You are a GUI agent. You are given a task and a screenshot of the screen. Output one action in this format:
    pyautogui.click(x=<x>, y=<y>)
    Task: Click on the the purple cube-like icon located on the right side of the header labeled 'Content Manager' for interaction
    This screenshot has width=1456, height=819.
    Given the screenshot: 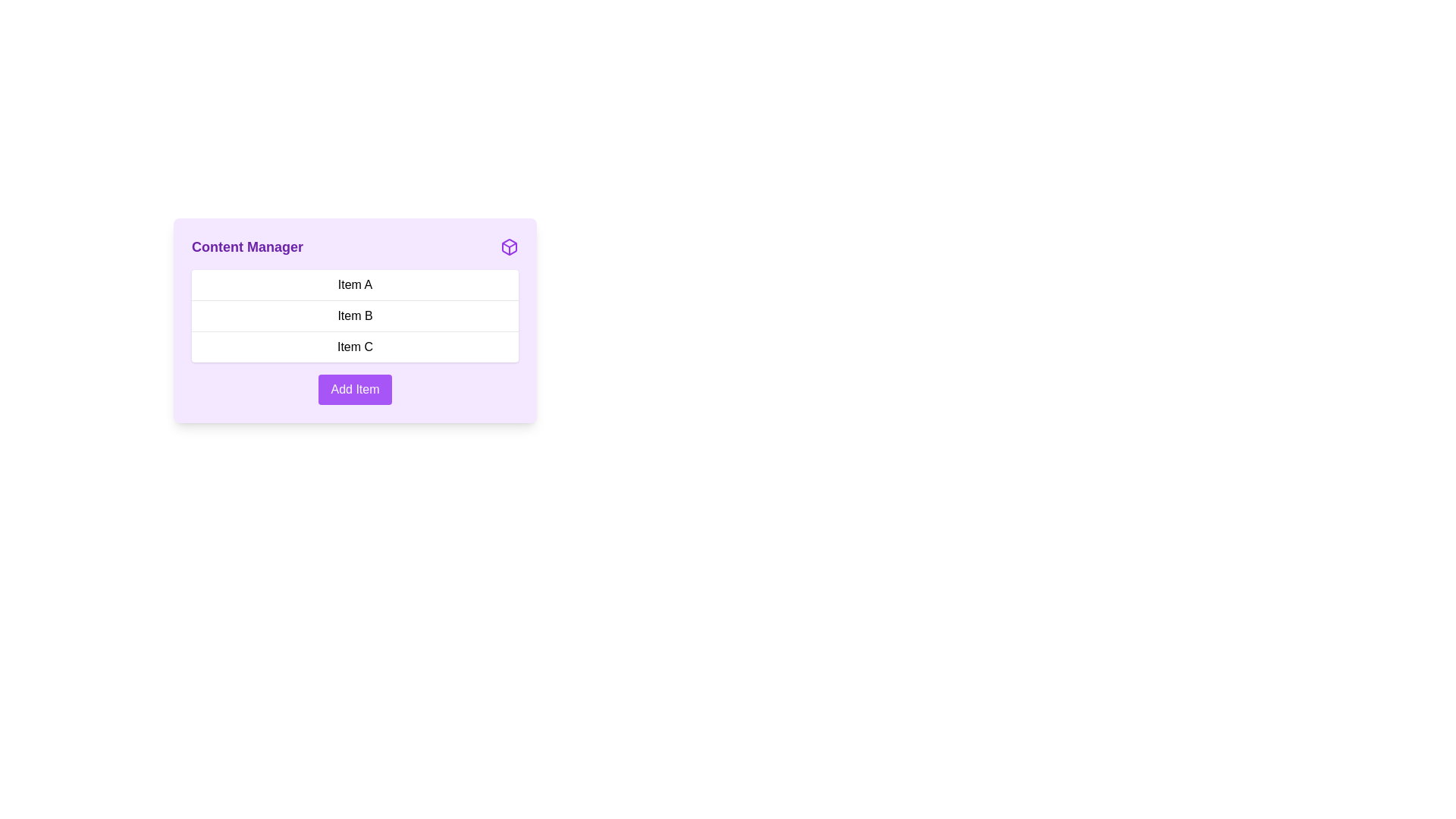 What is the action you would take?
    pyautogui.click(x=510, y=246)
    